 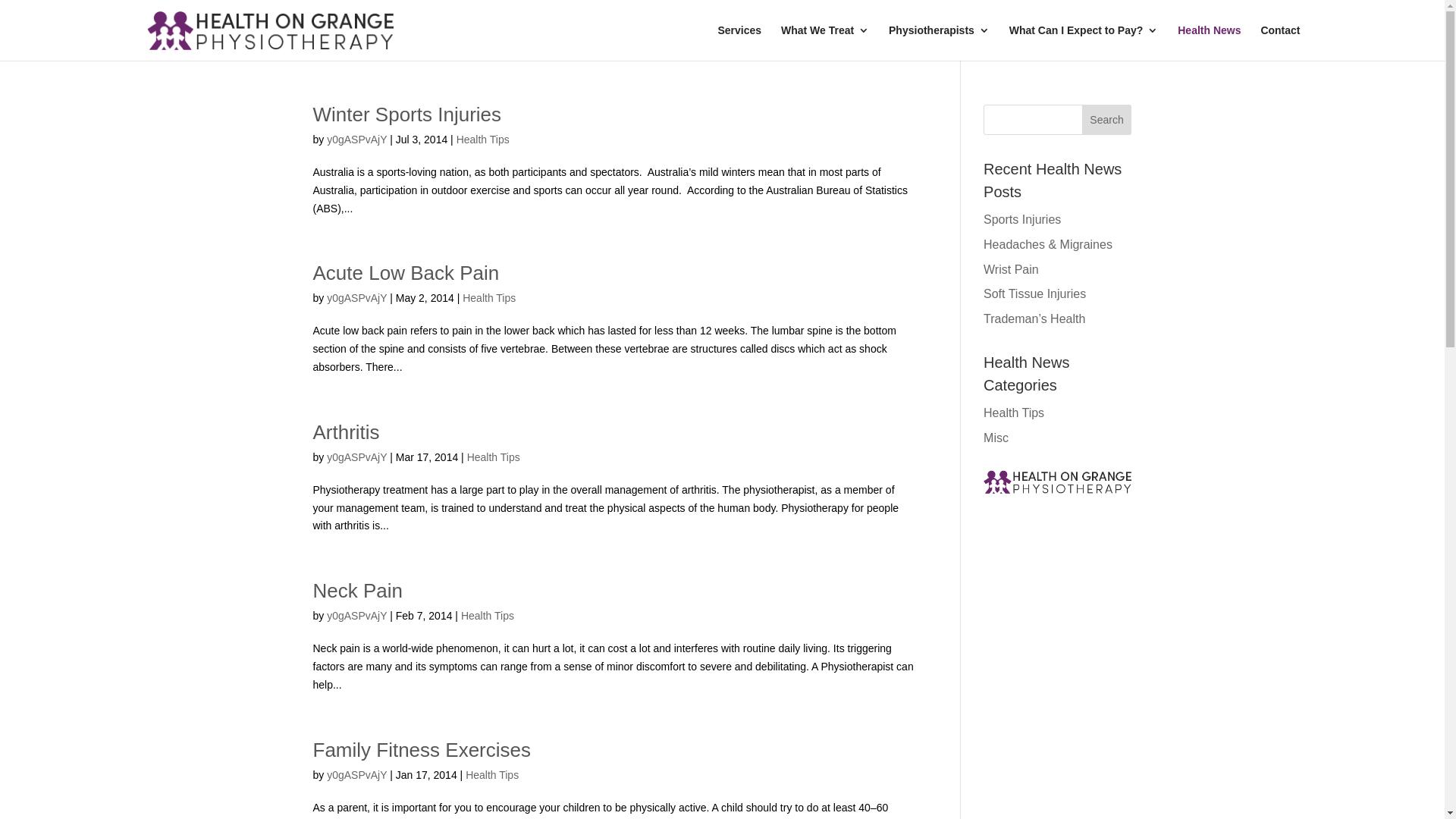 What do you see at coordinates (1022, 219) in the screenshot?
I see `'Sports Injuries'` at bounding box center [1022, 219].